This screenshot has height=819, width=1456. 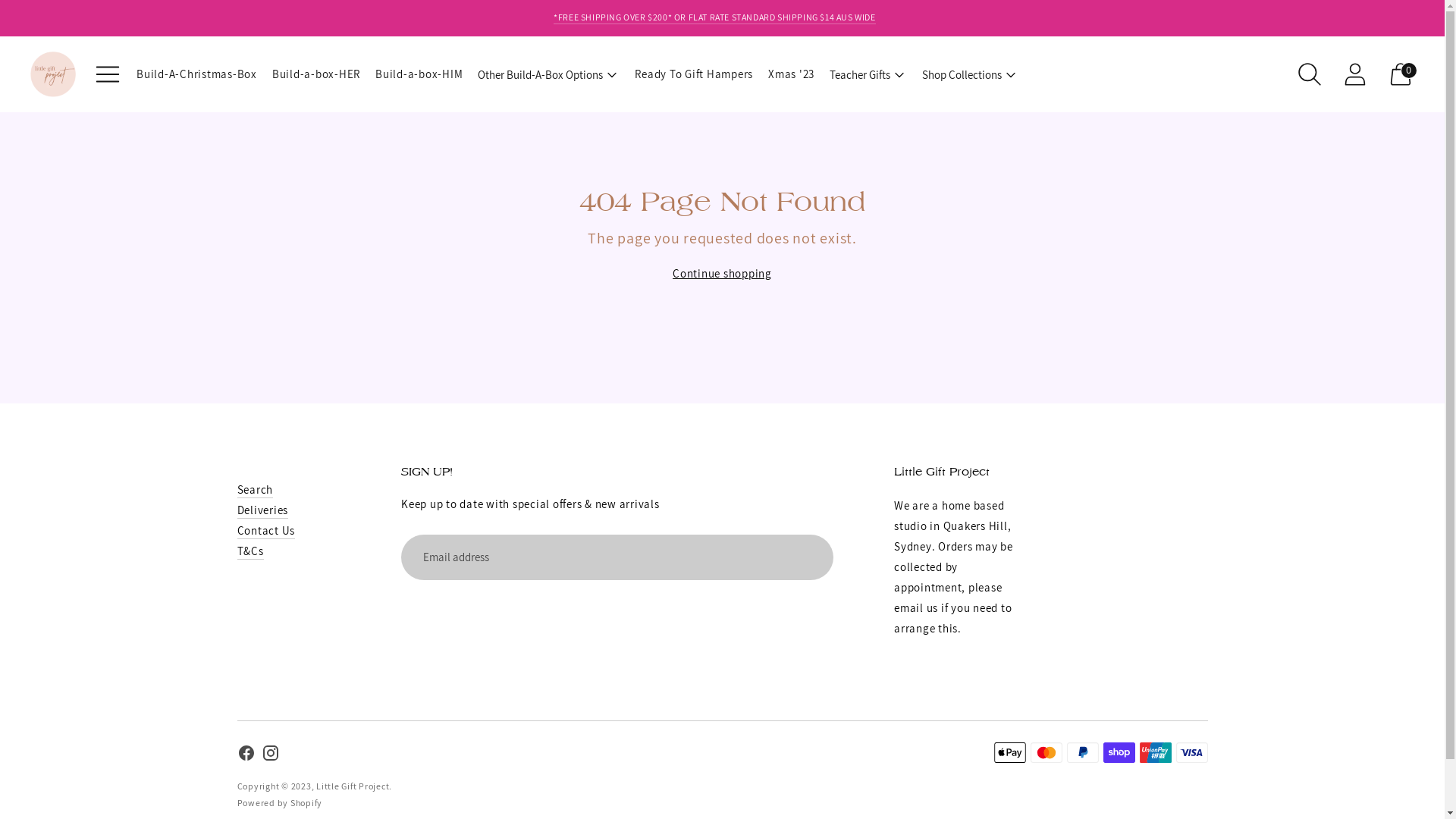 What do you see at coordinates (236, 529) in the screenshot?
I see `'Contact Us'` at bounding box center [236, 529].